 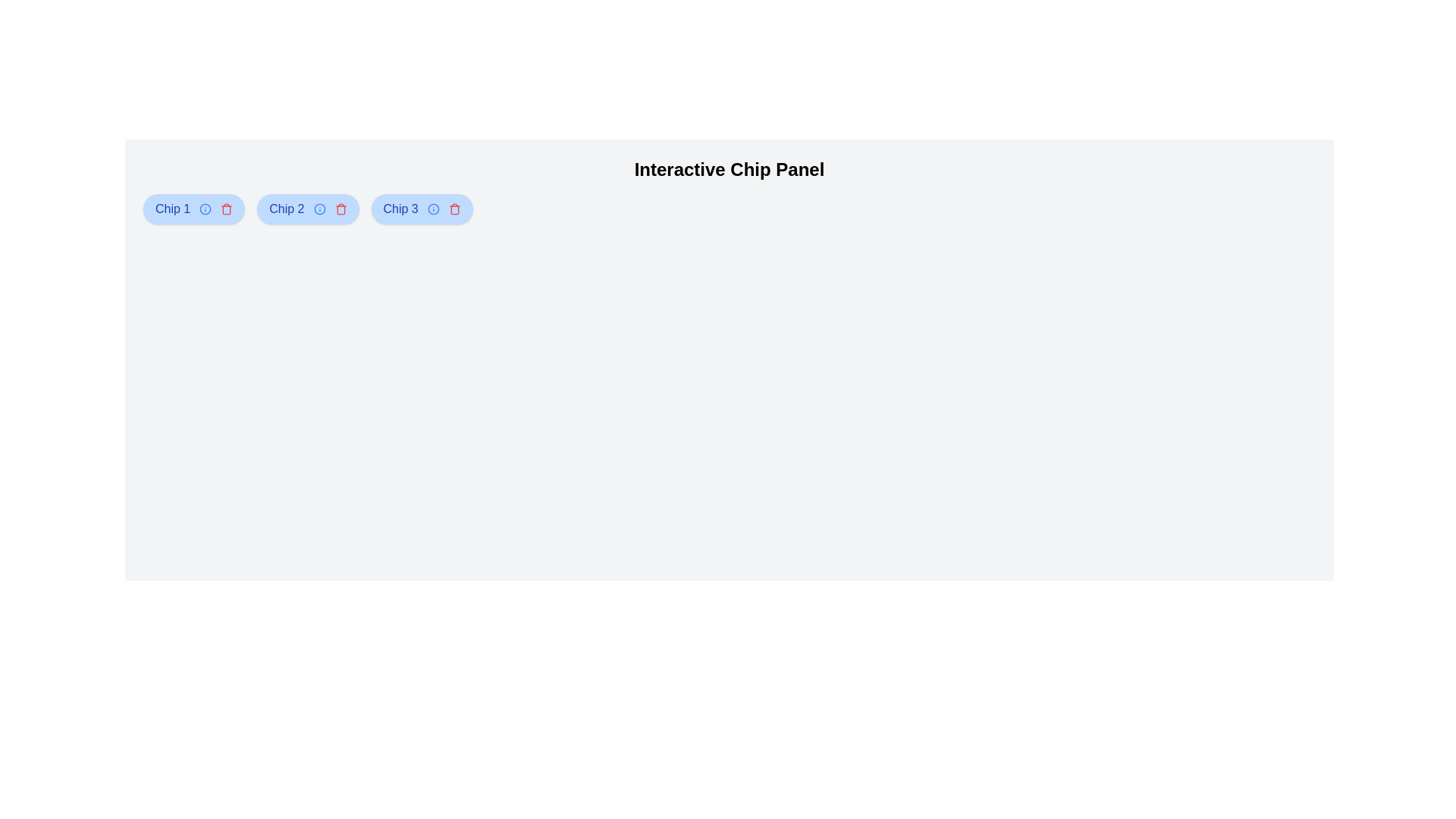 What do you see at coordinates (205, 209) in the screenshot?
I see `the info button of the chip labeled Chip 1` at bounding box center [205, 209].